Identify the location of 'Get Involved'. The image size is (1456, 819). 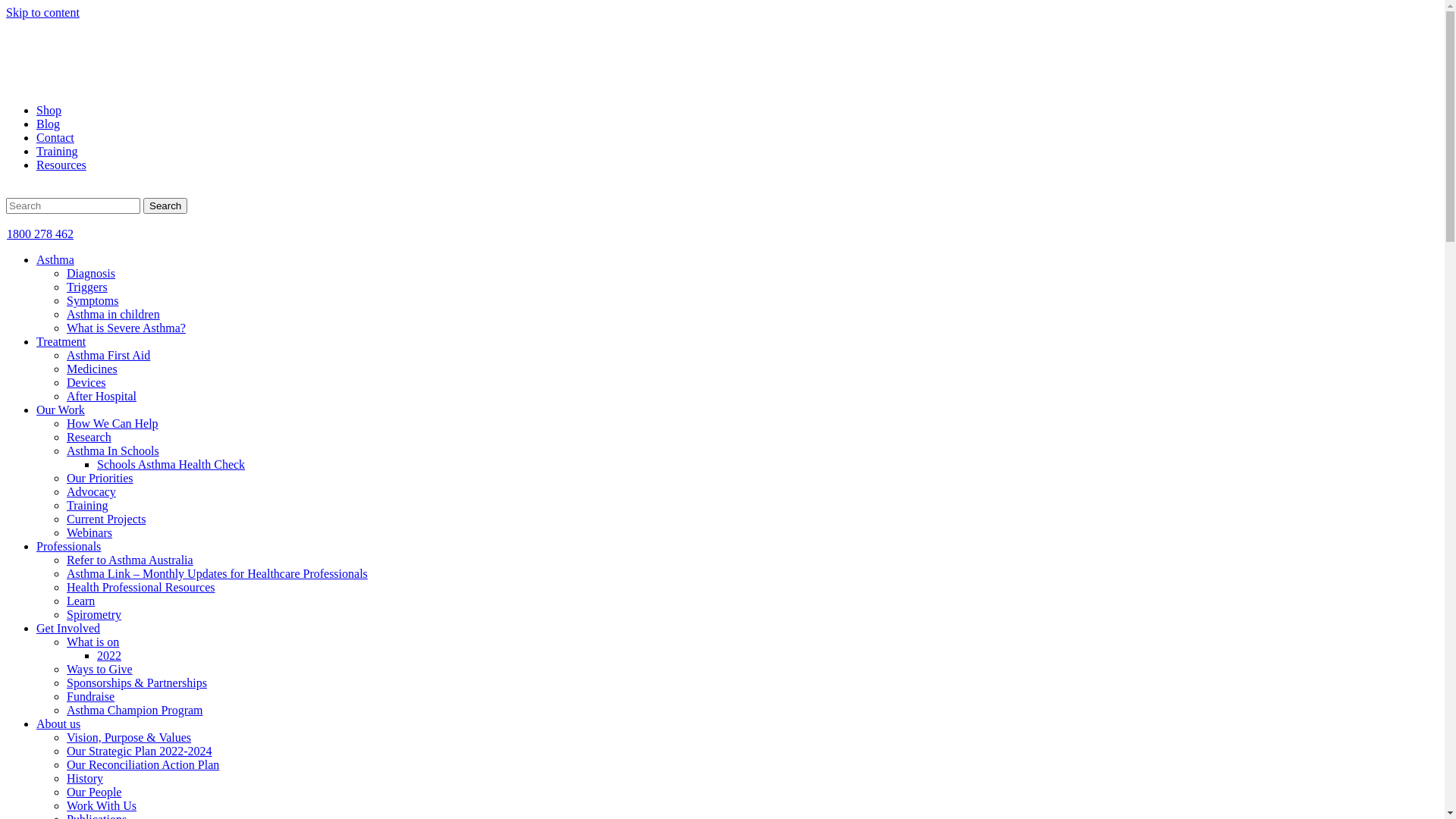
(67, 628).